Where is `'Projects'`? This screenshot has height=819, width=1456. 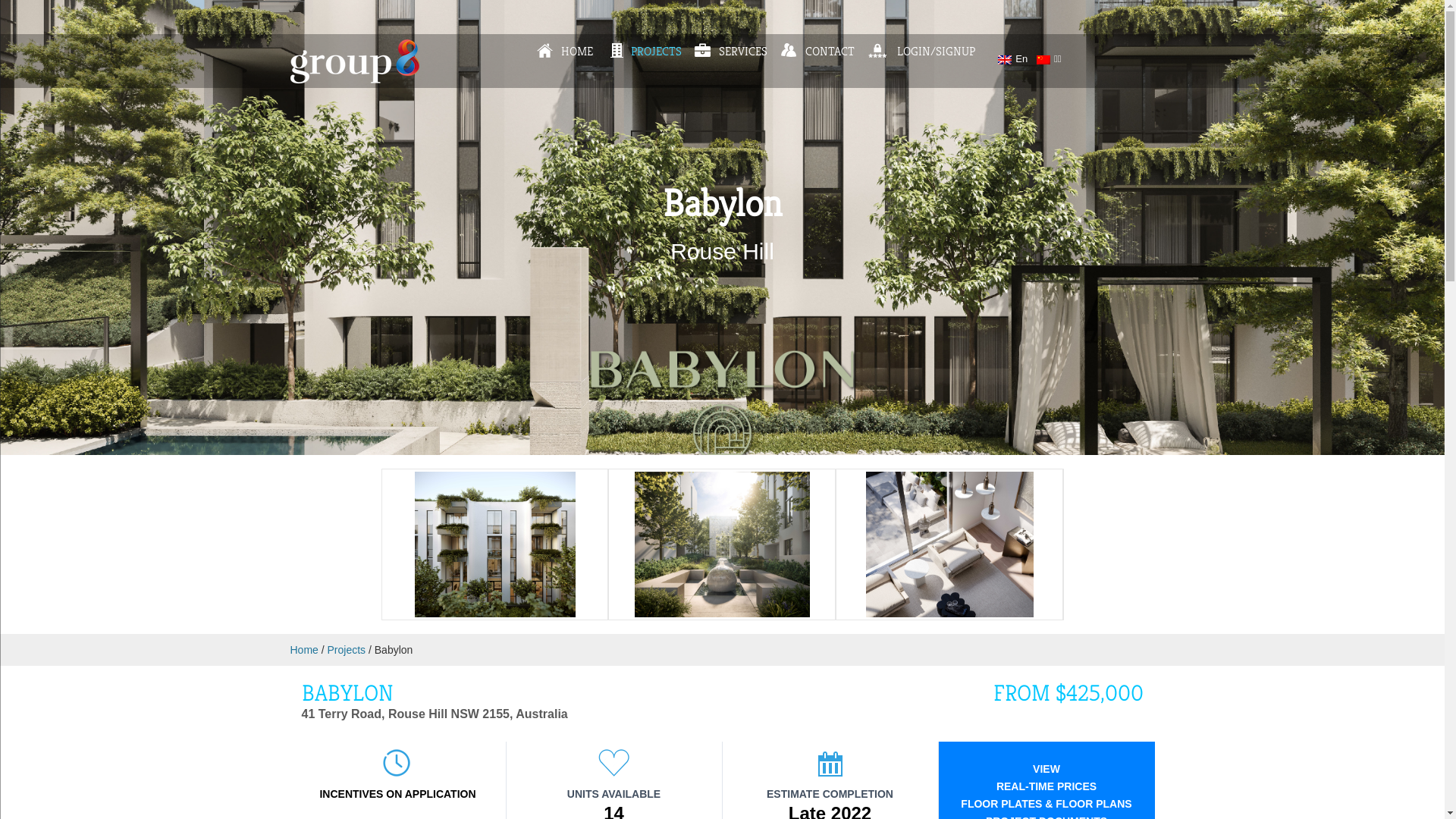
'Projects' is located at coordinates (346, 648).